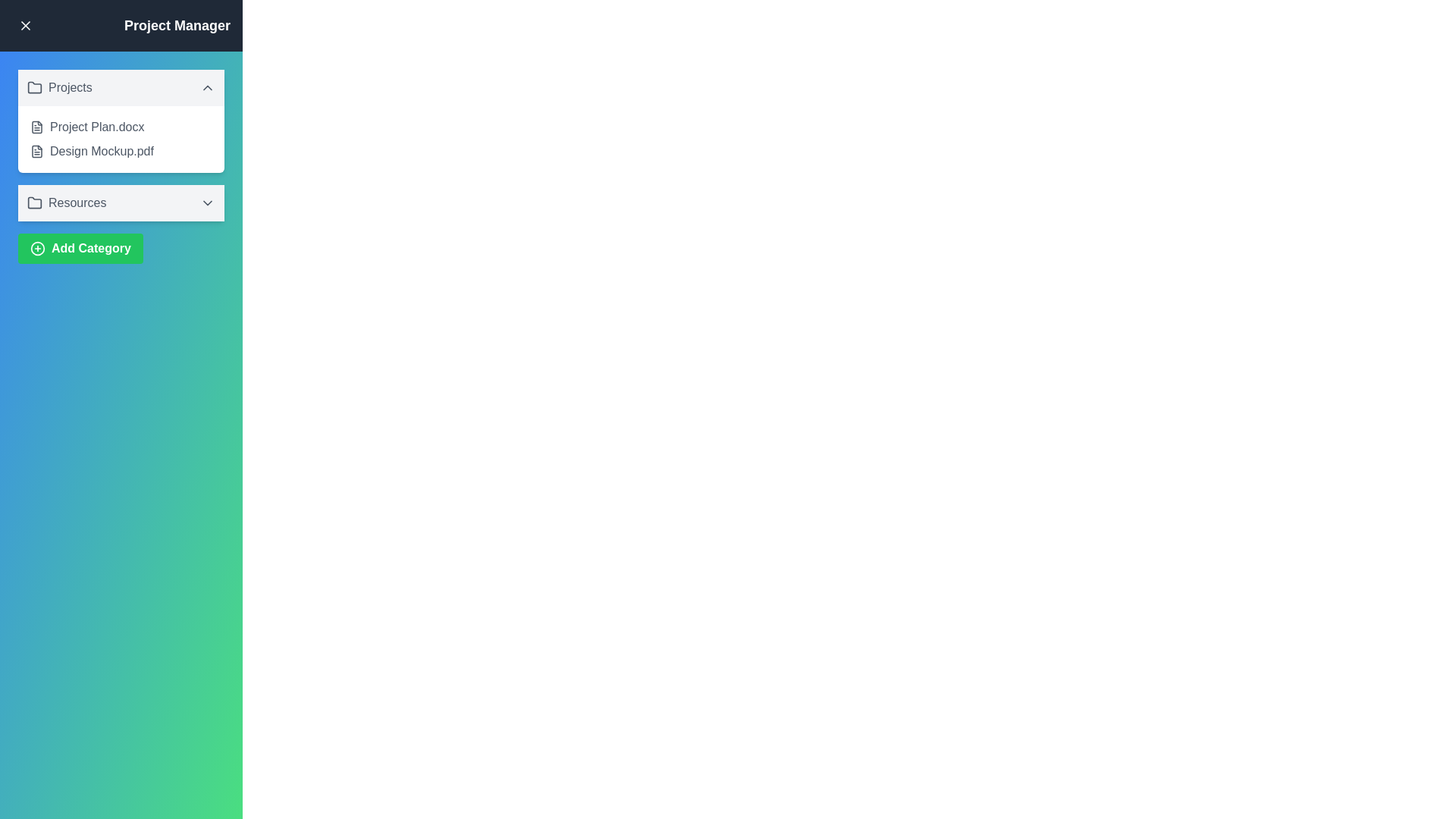 The width and height of the screenshot is (1456, 819). What do you see at coordinates (69, 87) in the screenshot?
I see `the 'Projects' text label which indicates the category of the collapsible section header for project items` at bounding box center [69, 87].